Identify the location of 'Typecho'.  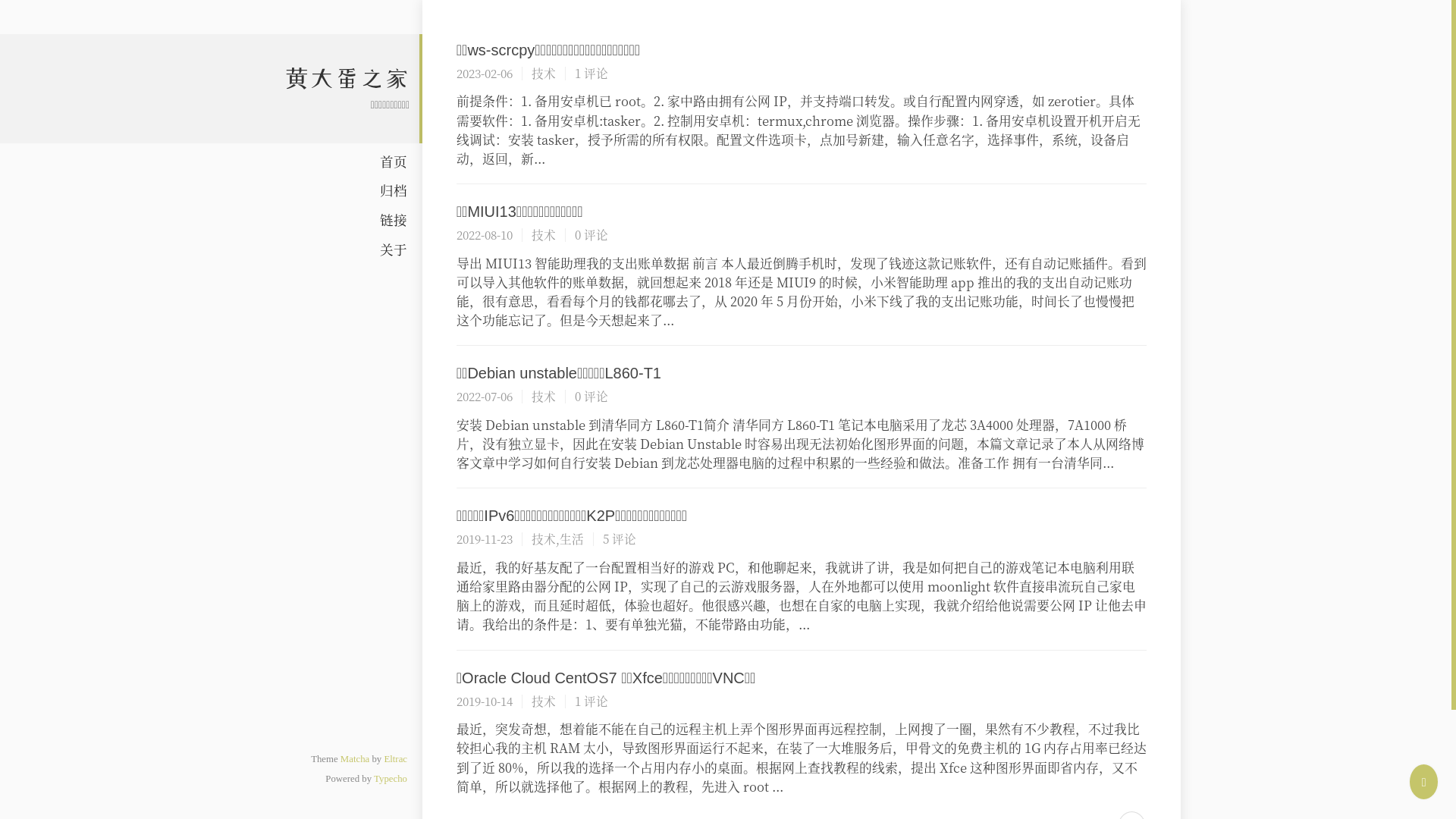
(390, 778).